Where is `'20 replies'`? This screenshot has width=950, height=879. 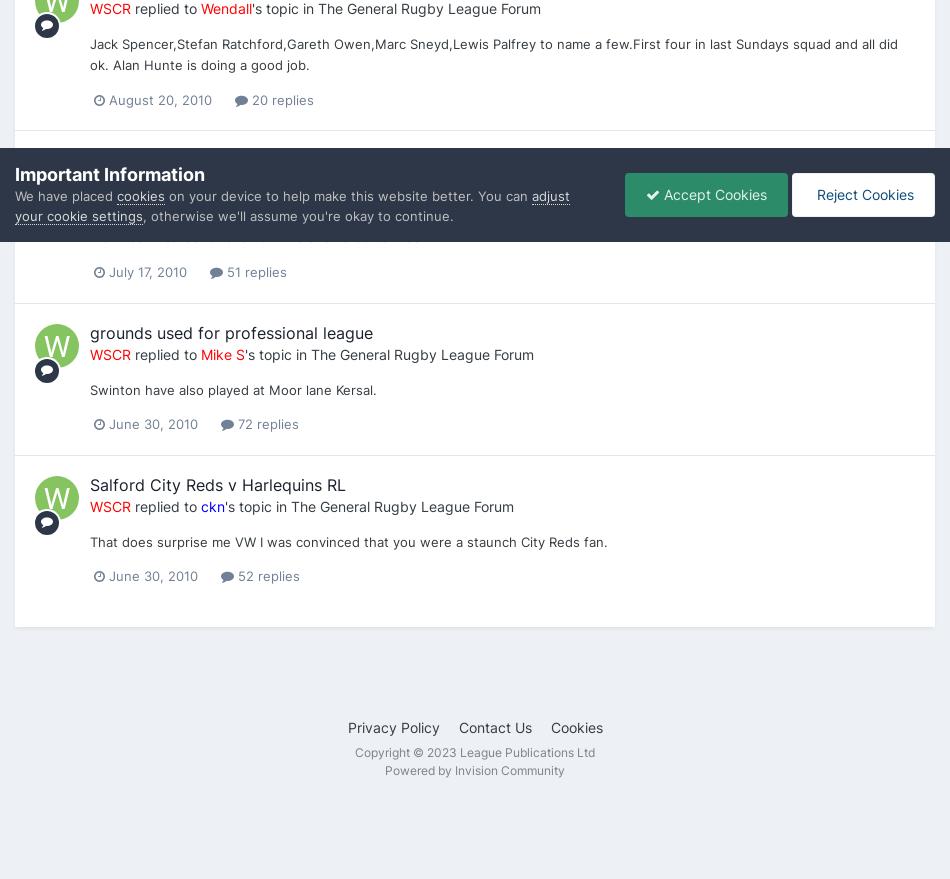
'20 replies' is located at coordinates (280, 97).